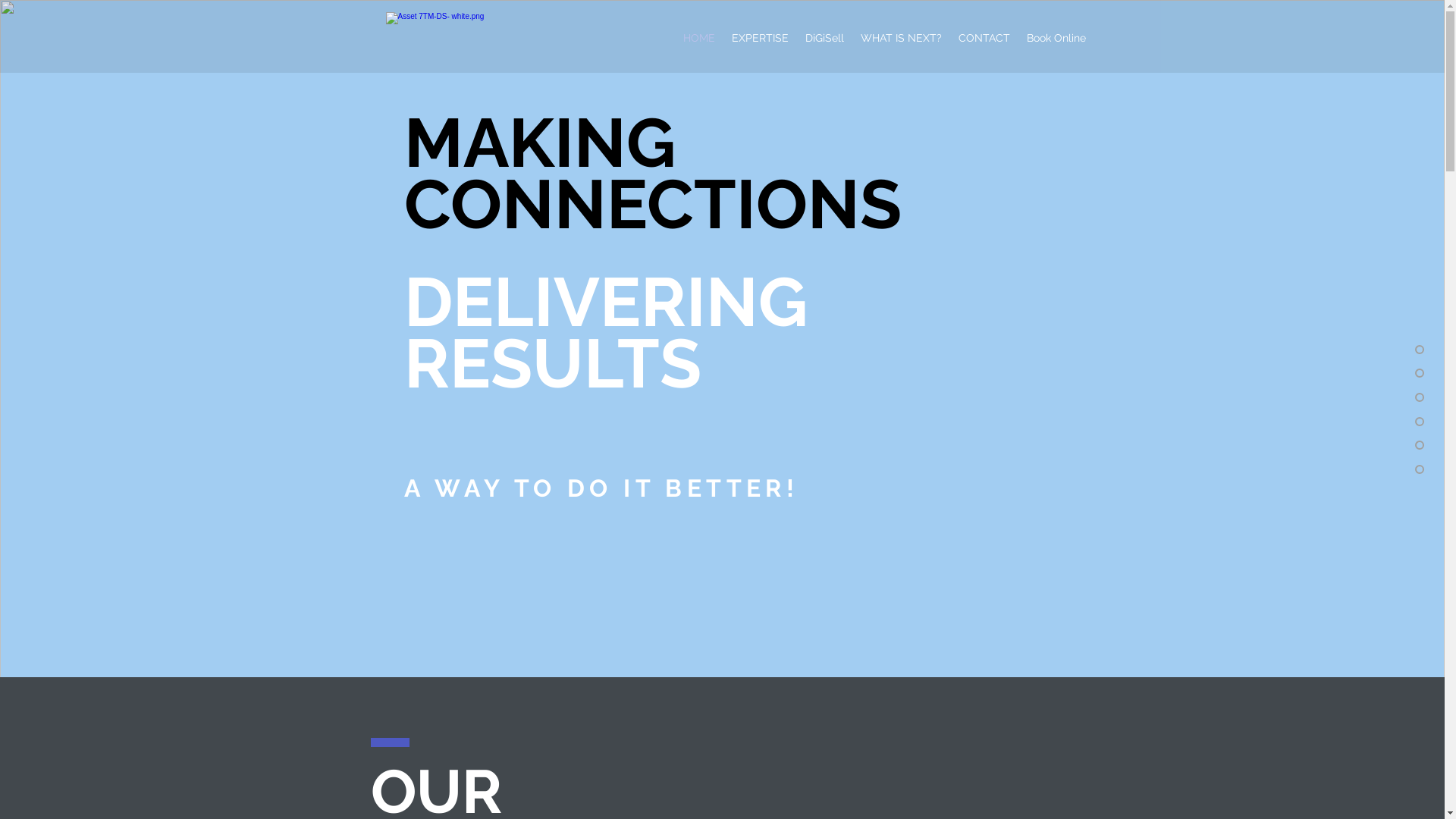  What do you see at coordinates (852, 37) in the screenshot?
I see `'WHAT IS NEXT?'` at bounding box center [852, 37].